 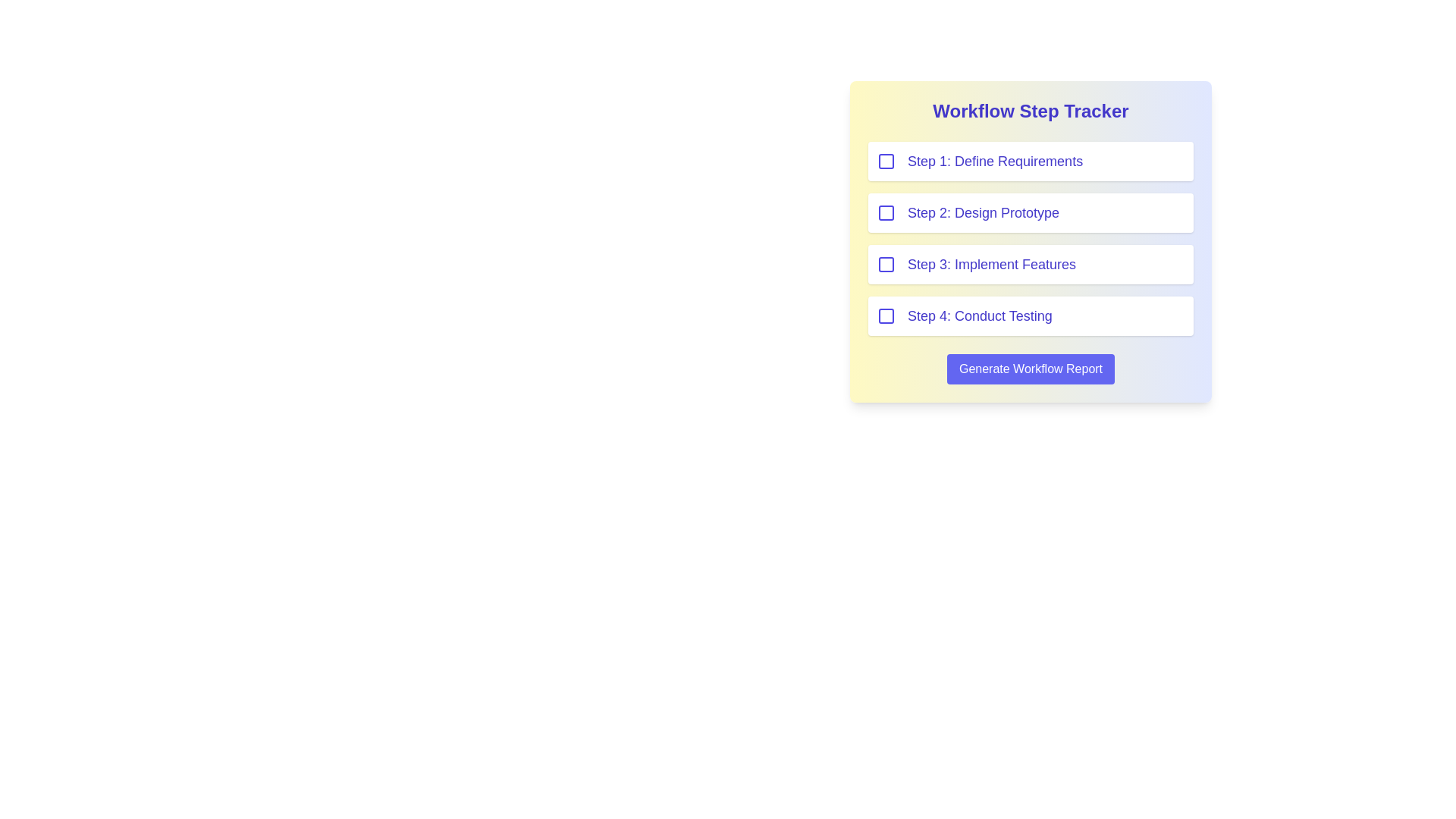 What do you see at coordinates (886, 161) in the screenshot?
I see `the checkbox with a thick indigo border and a white background located to the left of the label 'Step 1: Define Requirements'` at bounding box center [886, 161].